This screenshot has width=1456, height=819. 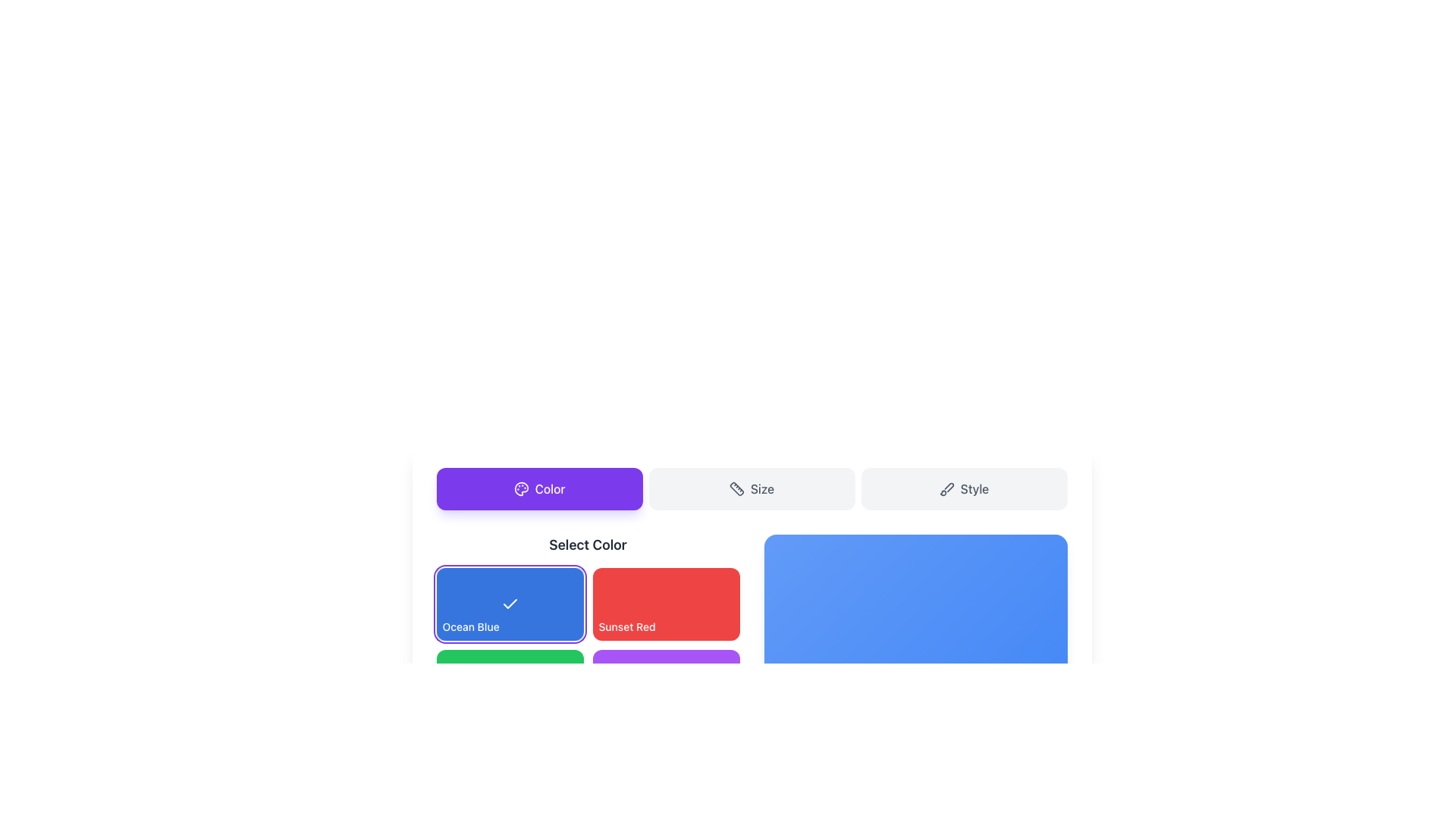 I want to click on the 'Color' button, which is the first button in a group of three buttons labeled 'Color,' 'Size,' and 'Style', so click(x=539, y=488).